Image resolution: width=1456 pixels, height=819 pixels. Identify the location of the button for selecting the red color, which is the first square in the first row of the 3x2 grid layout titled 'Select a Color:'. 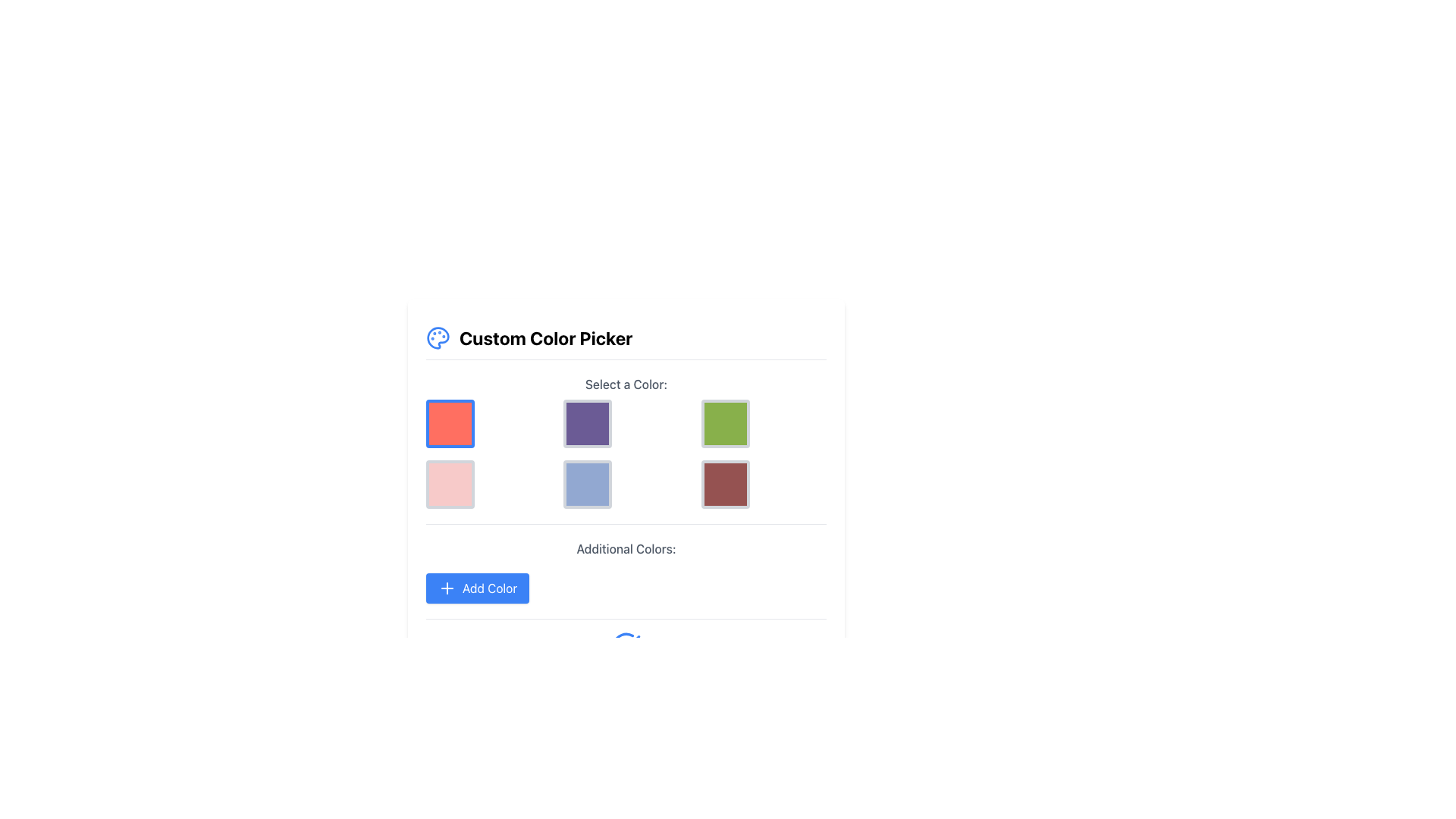
(450, 424).